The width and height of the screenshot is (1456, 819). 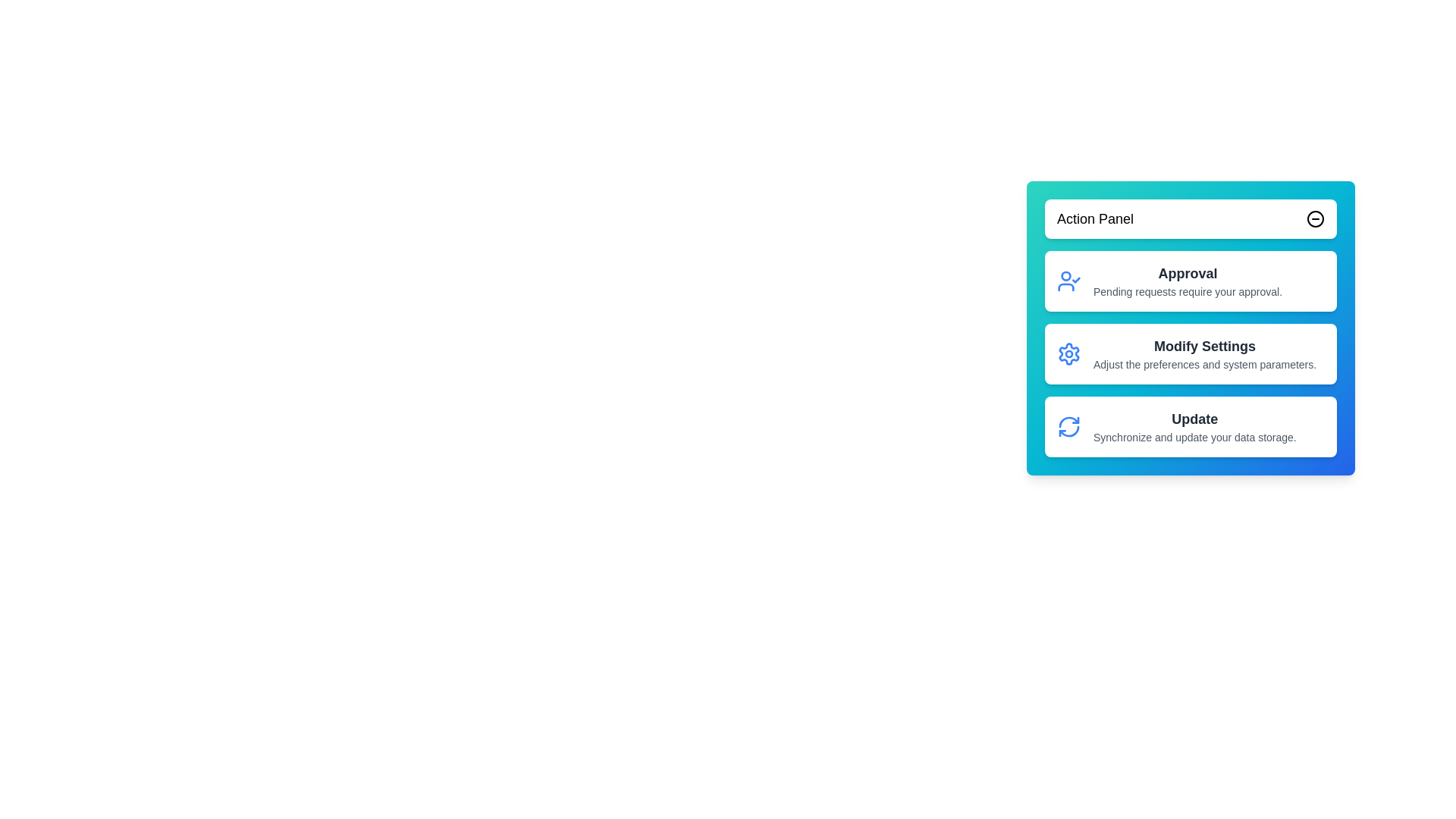 I want to click on the 'Update' button to synchronize and update your data storage, so click(x=1190, y=427).